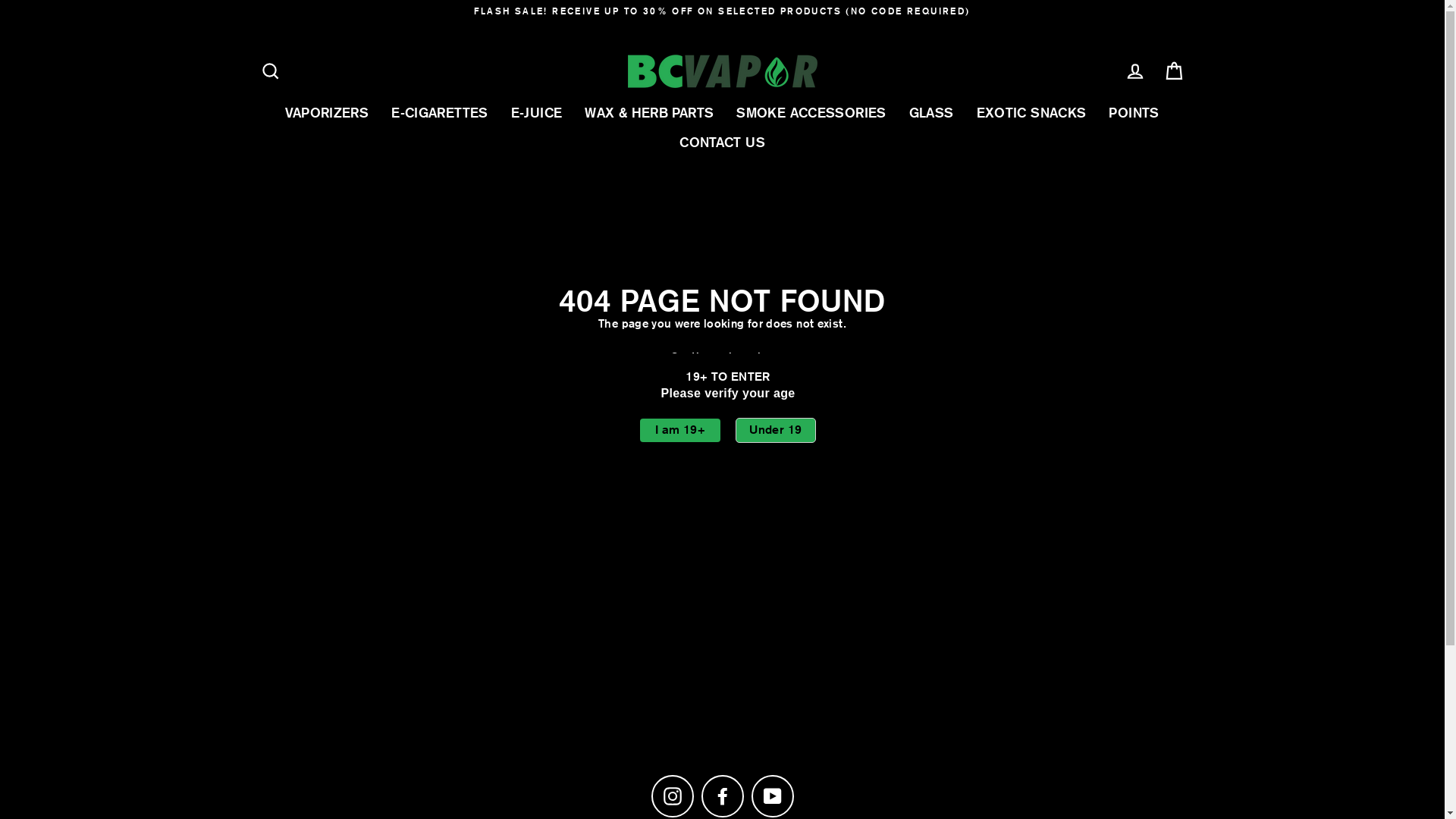 The height and width of the screenshot is (819, 1456). I want to click on 'POINTS', so click(1133, 111).